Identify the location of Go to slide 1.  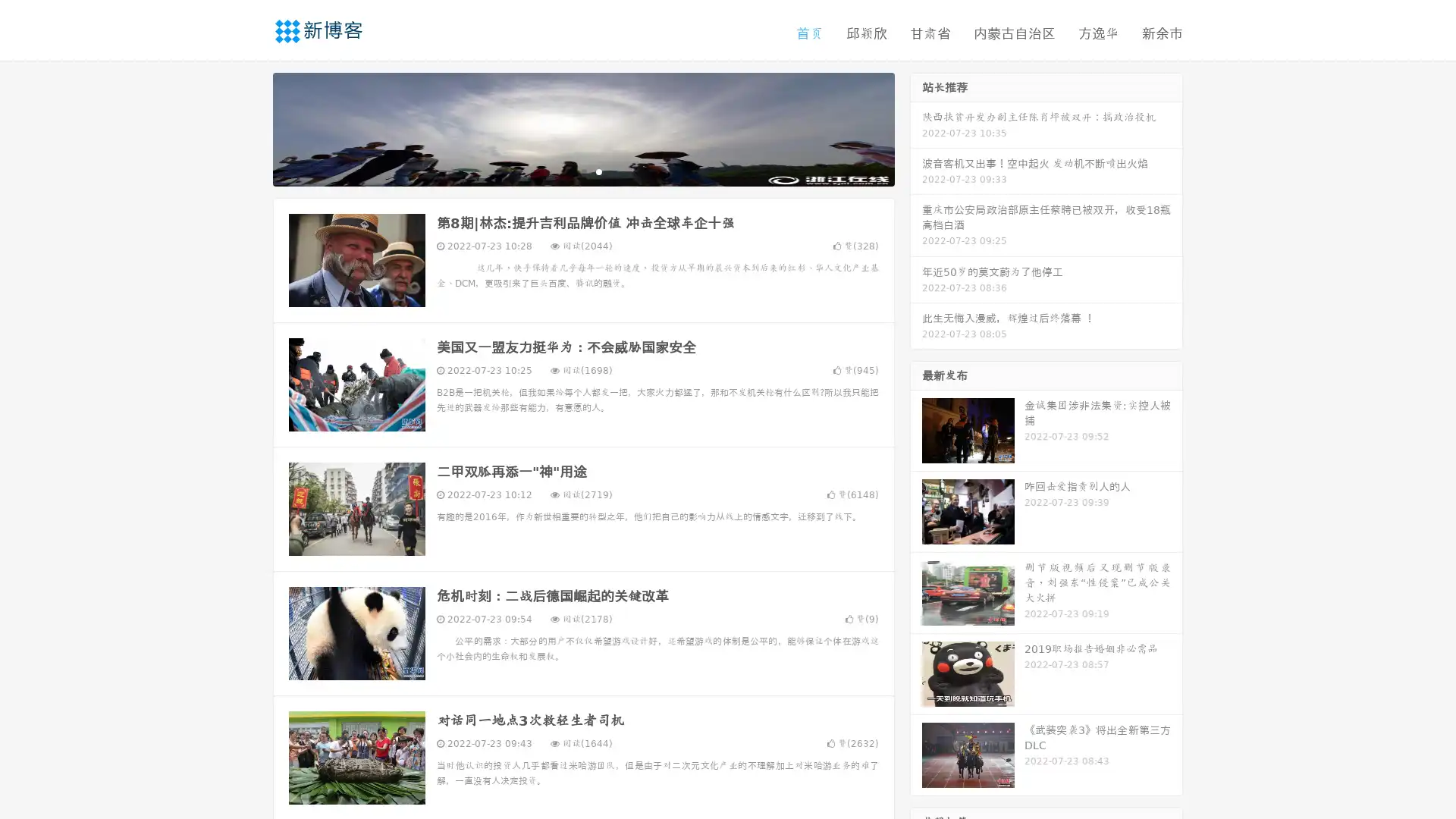
(567, 171).